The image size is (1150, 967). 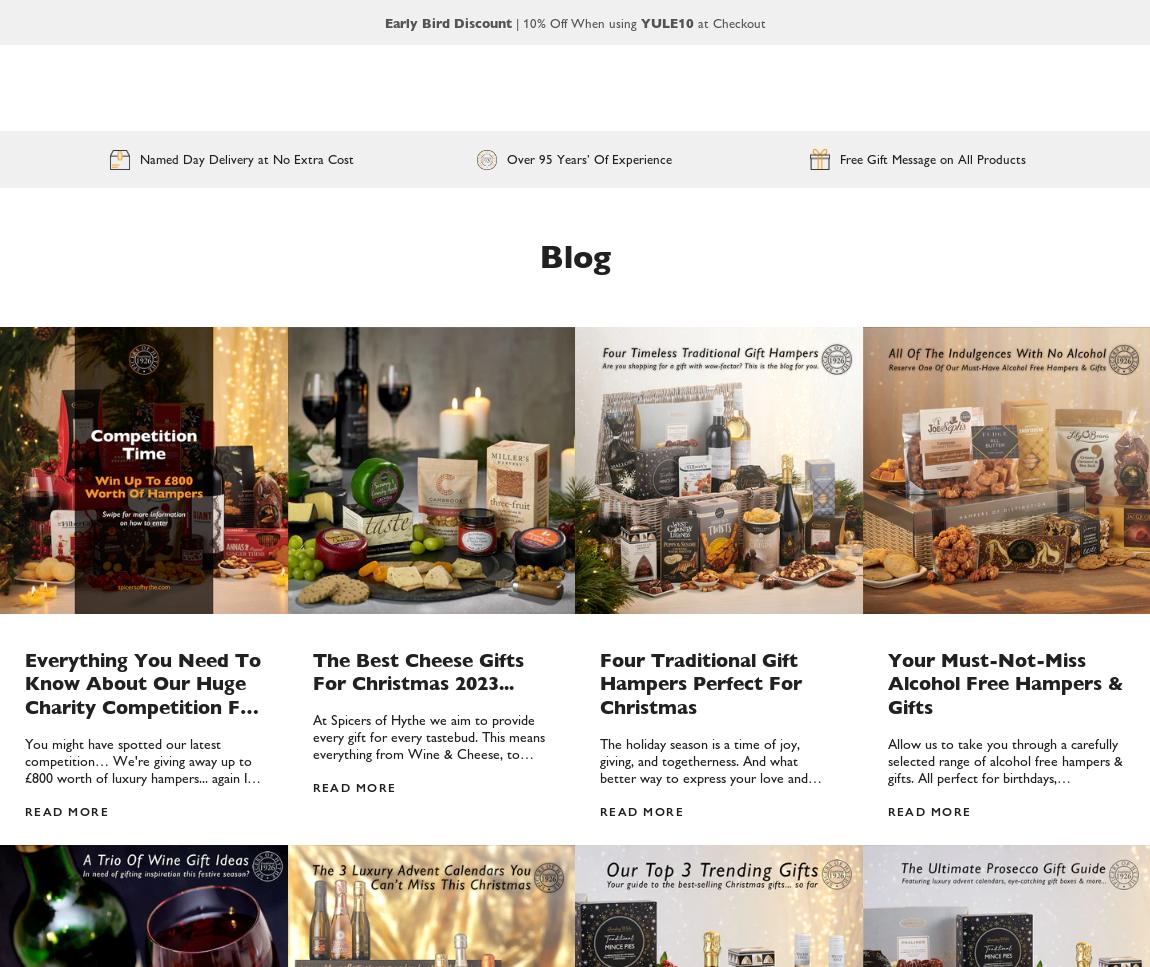 What do you see at coordinates (995, 421) in the screenshot?
I see `'Who's Responsible For Corporate Gifting In A Business?'` at bounding box center [995, 421].